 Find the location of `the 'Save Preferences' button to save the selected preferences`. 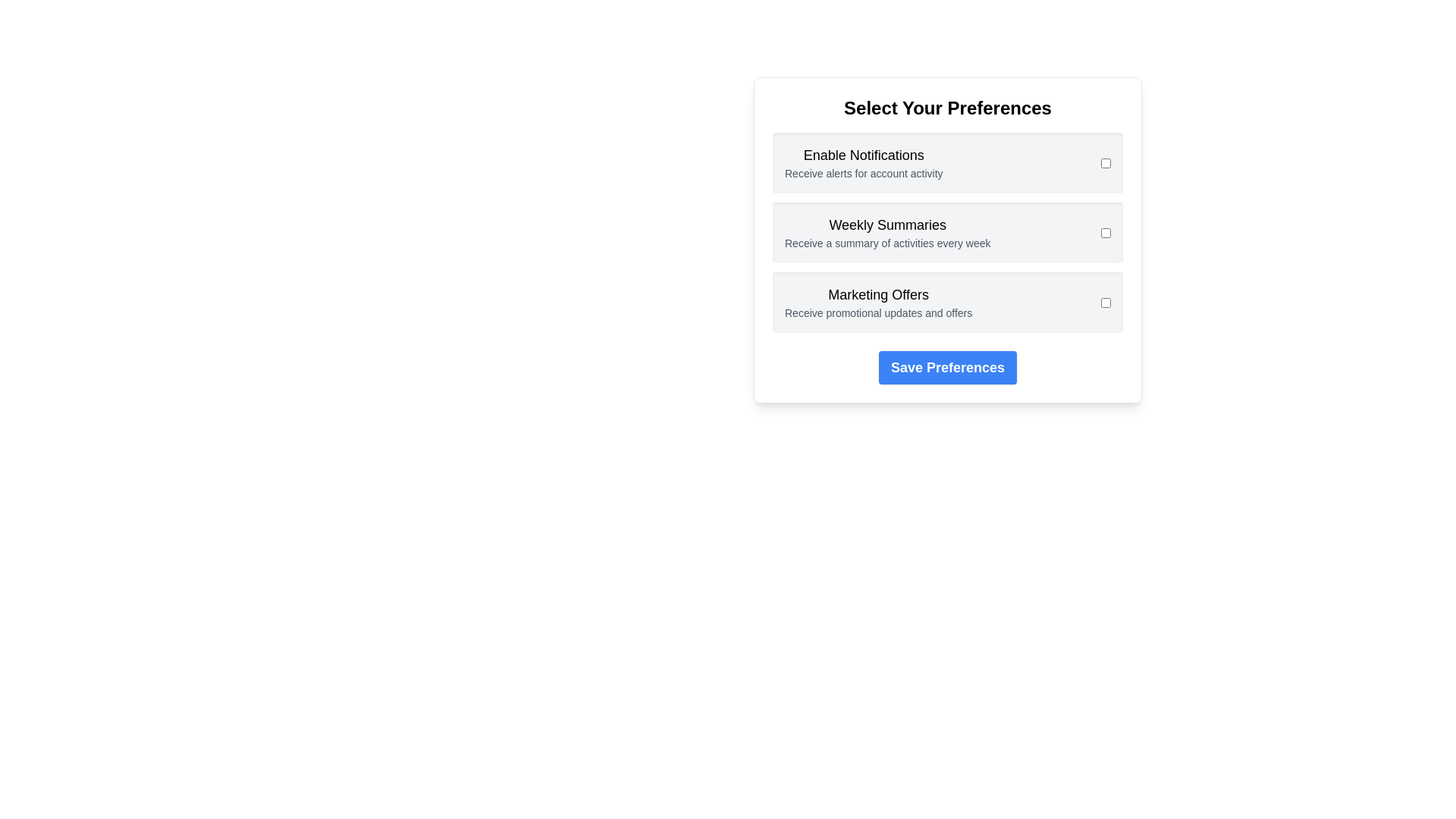

the 'Save Preferences' button to save the selected preferences is located at coordinates (946, 368).